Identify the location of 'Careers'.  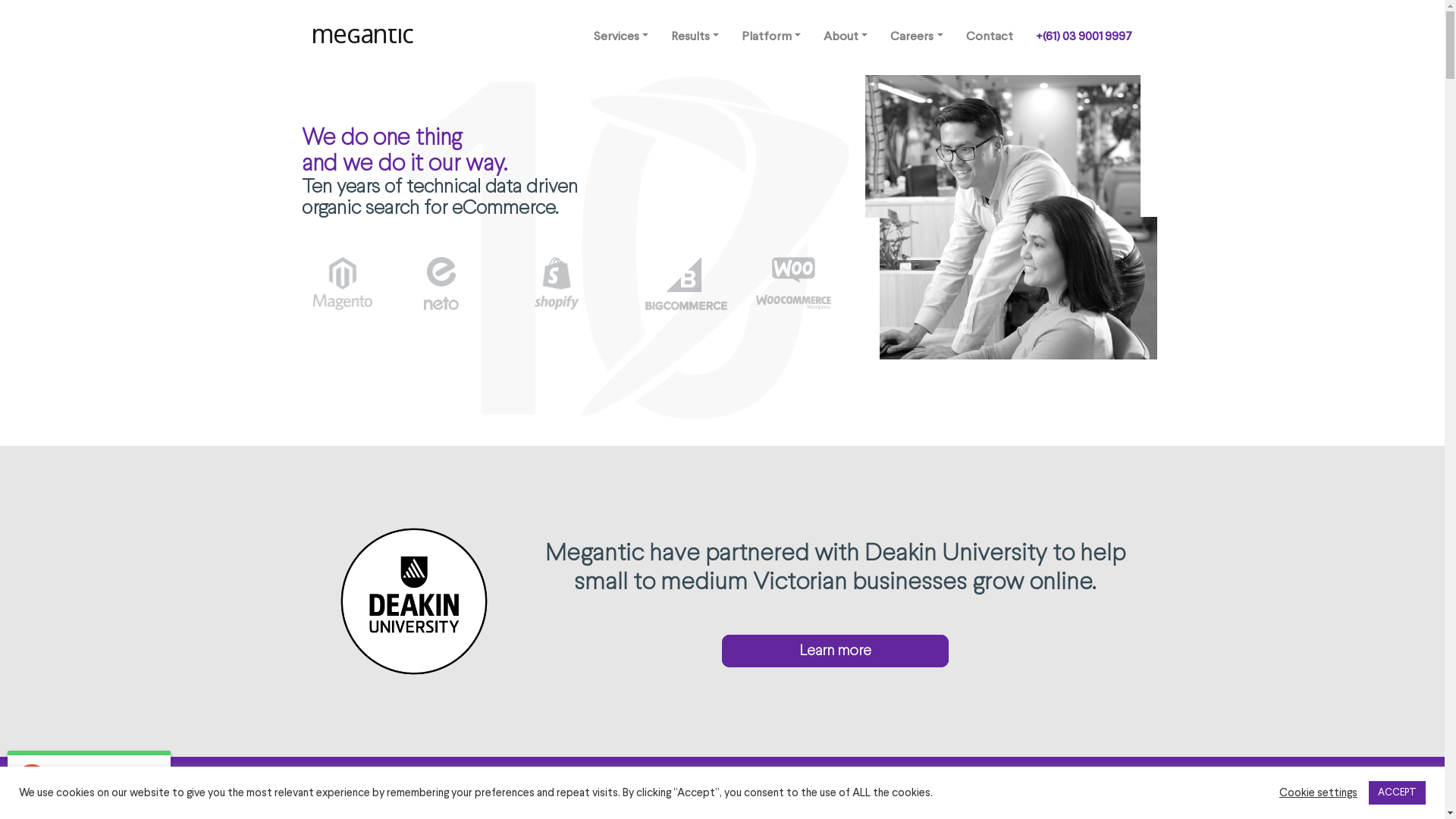
(915, 36).